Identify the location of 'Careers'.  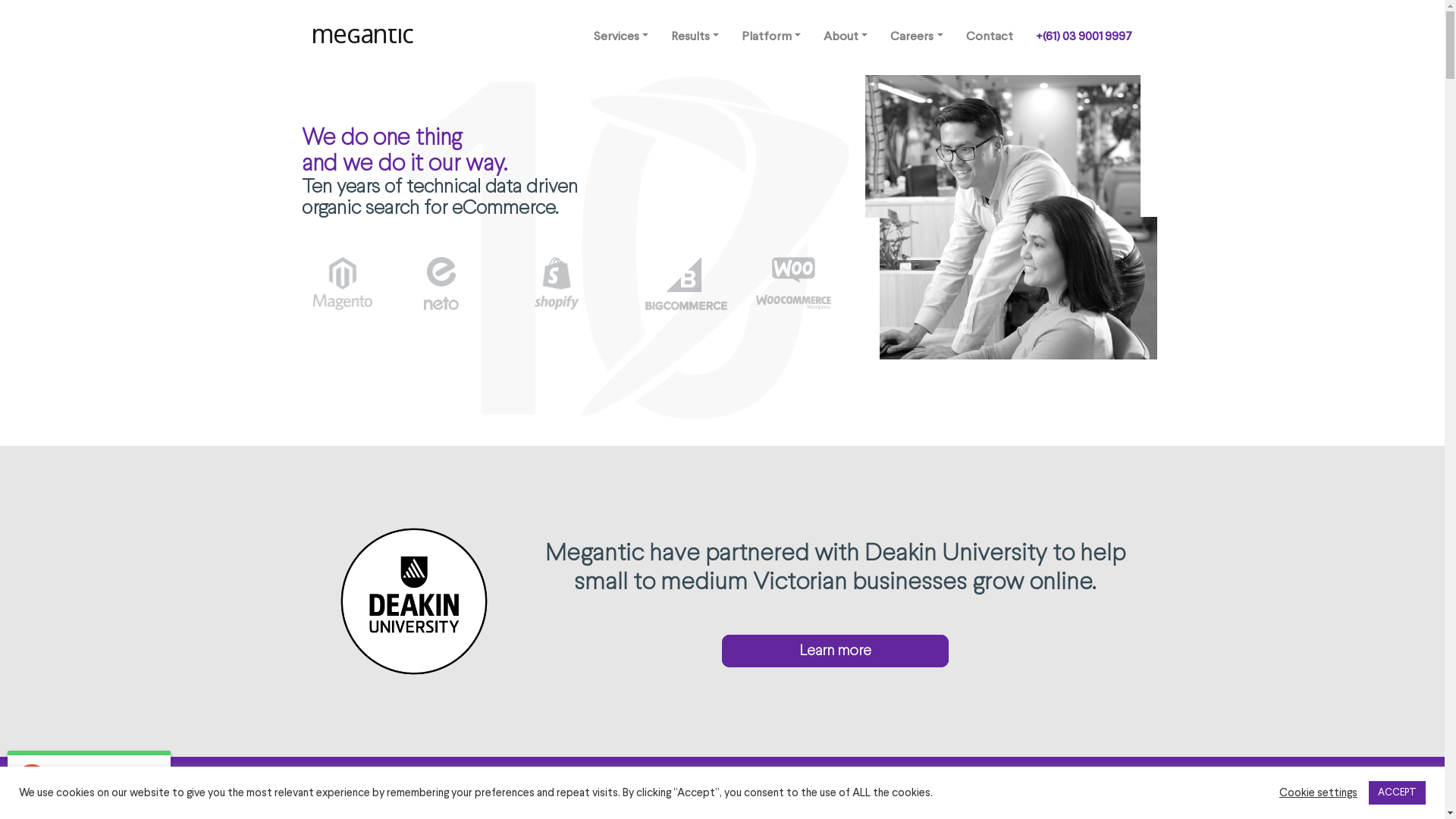
(915, 36).